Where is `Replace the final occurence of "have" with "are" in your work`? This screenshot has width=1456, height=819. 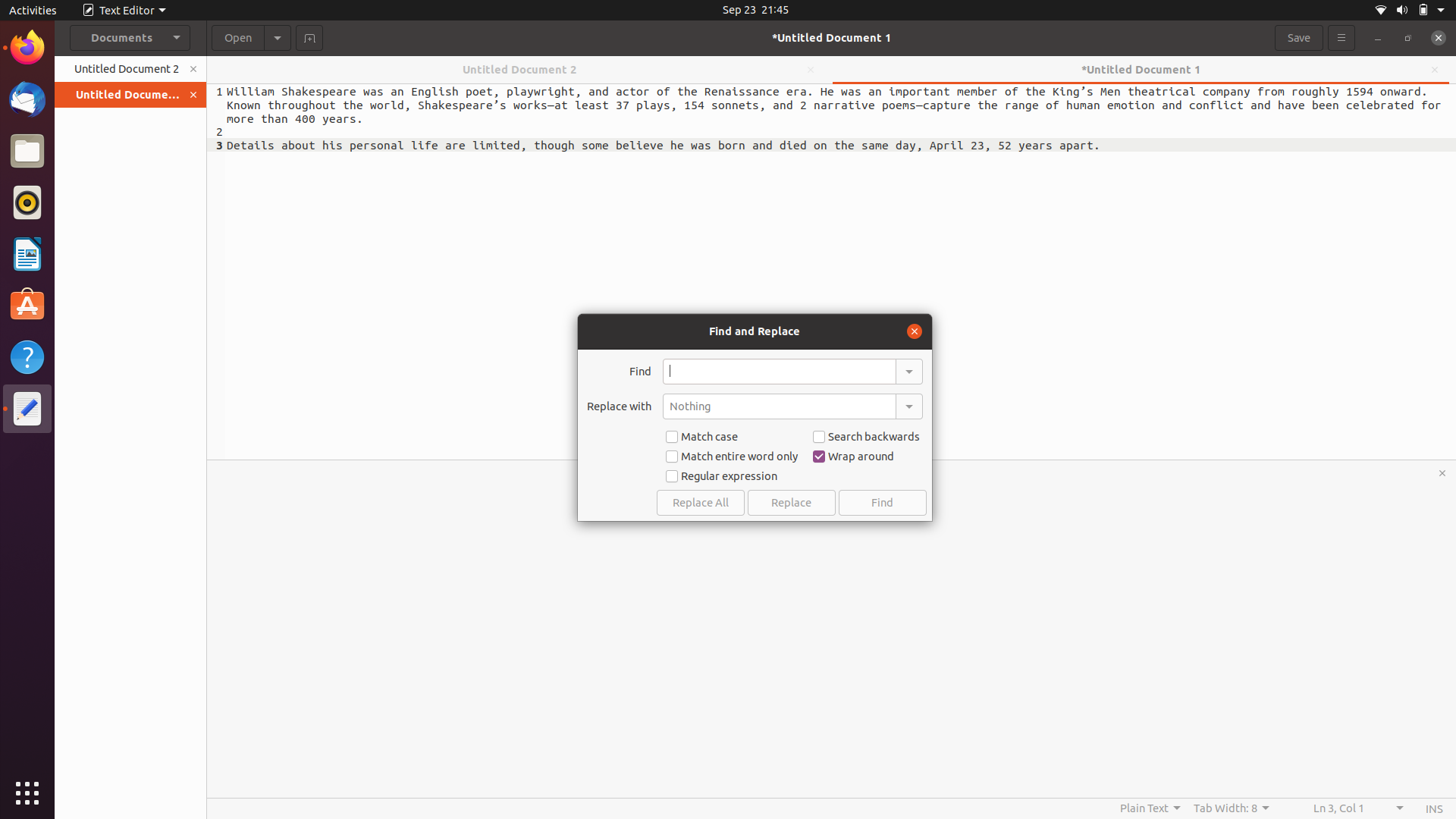
Replace the final occurence of "have" with "are" in your work is located at coordinates (779, 371).